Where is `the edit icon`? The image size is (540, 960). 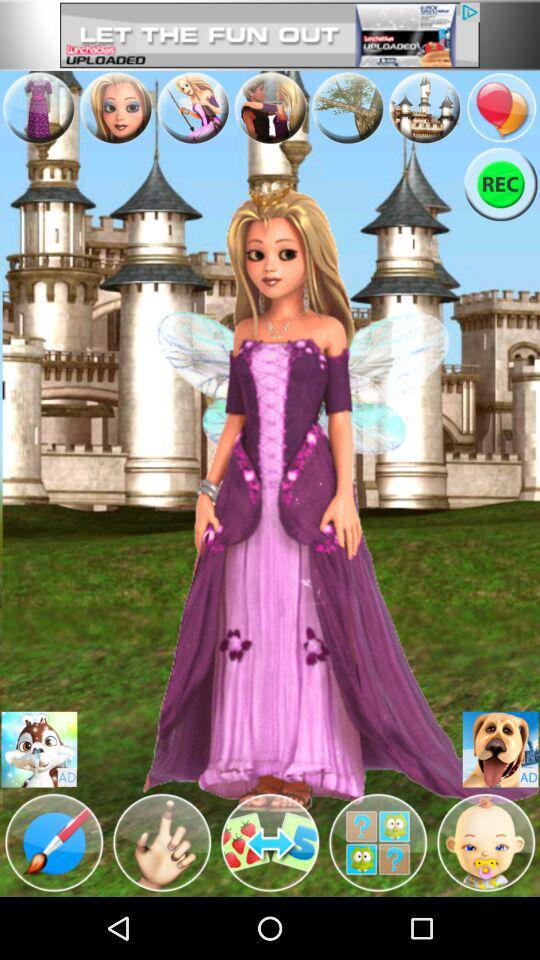 the edit icon is located at coordinates (54, 902).